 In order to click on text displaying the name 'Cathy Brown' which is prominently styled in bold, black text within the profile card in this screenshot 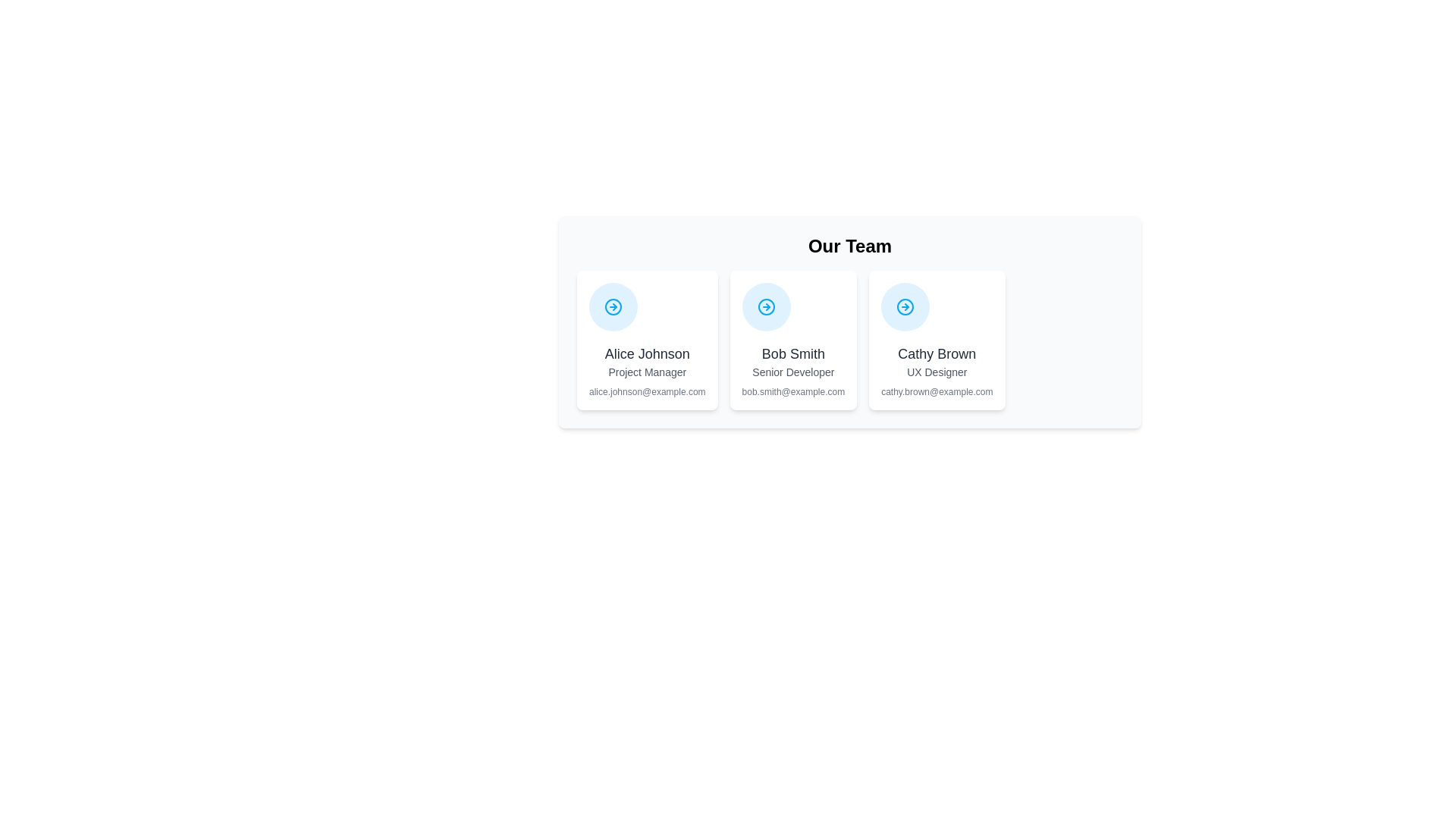, I will do `click(936, 353)`.